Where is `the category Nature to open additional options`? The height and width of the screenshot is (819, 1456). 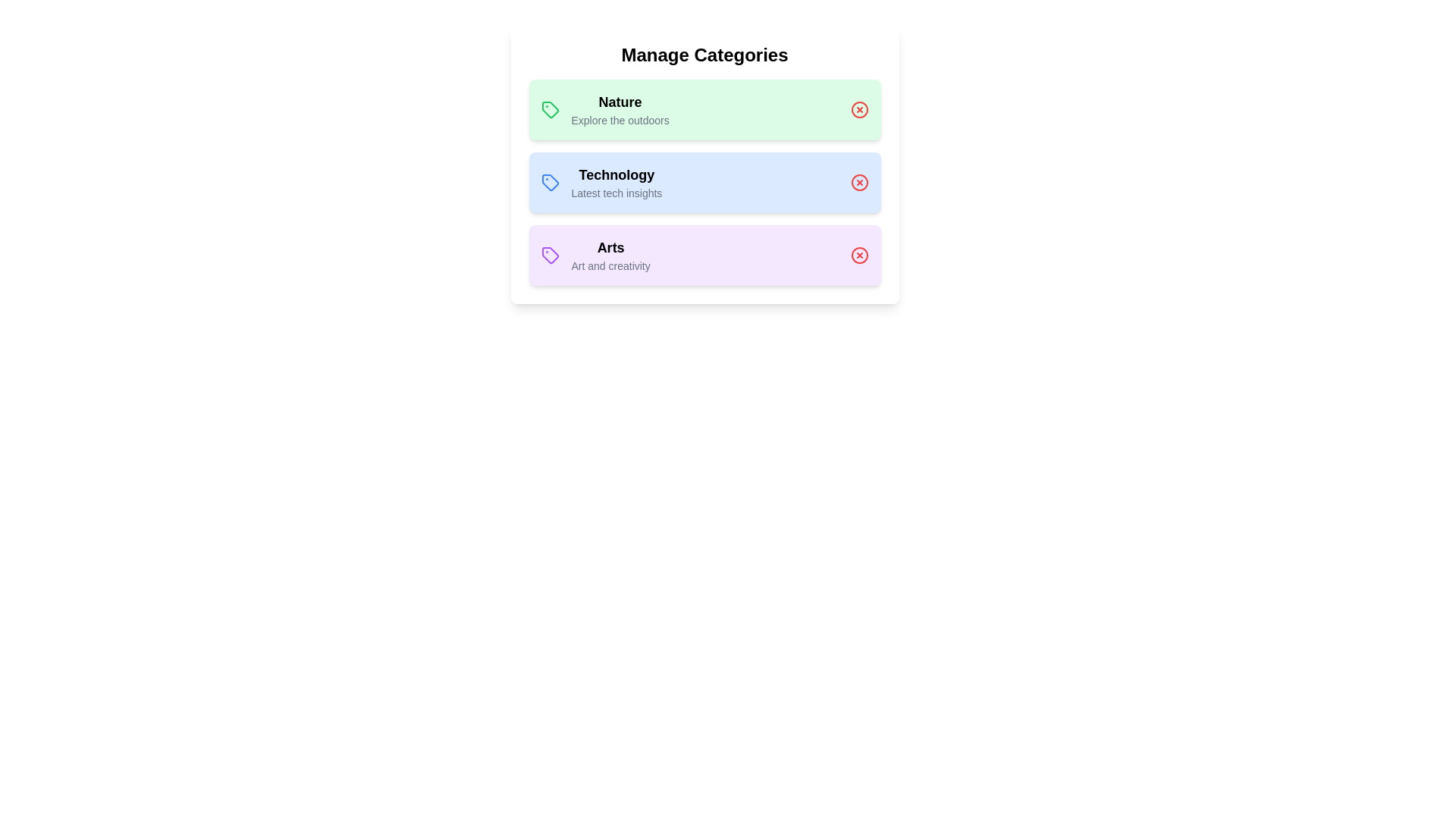
the category Nature to open additional options is located at coordinates (704, 109).